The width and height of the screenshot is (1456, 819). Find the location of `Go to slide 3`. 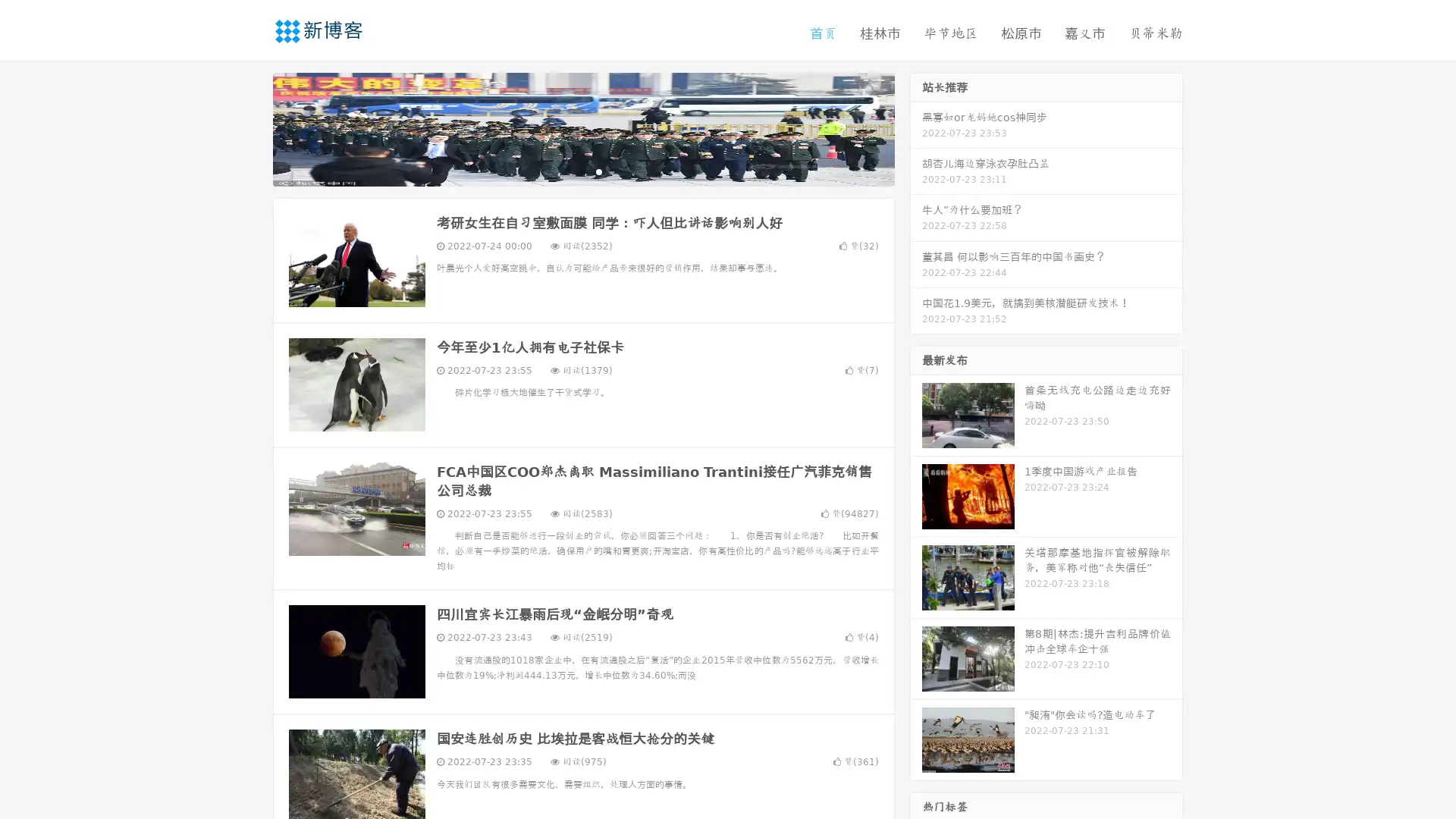

Go to slide 3 is located at coordinates (598, 171).